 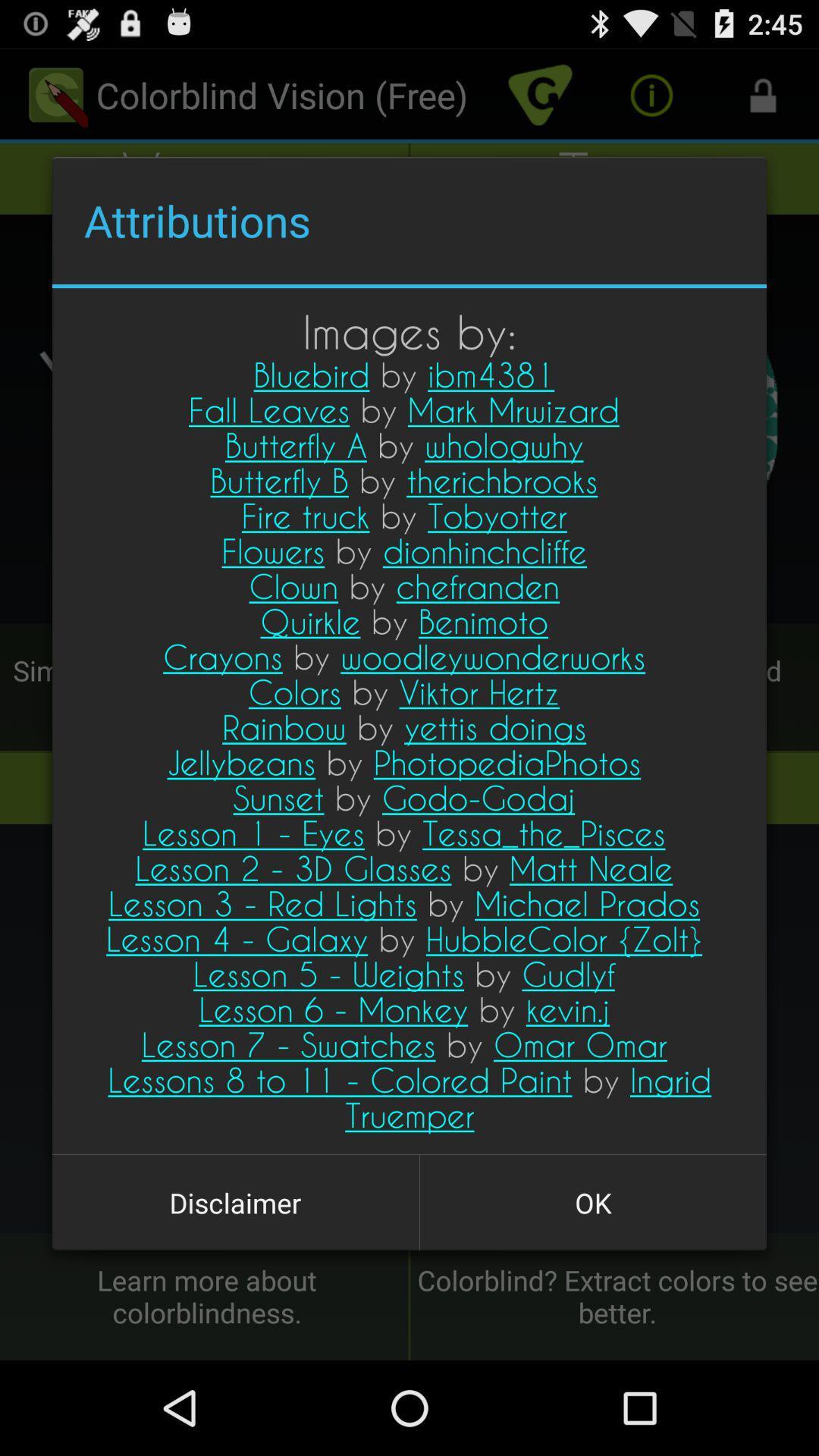 I want to click on the icon below the bluebird by ibm4381 item, so click(x=592, y=1202).